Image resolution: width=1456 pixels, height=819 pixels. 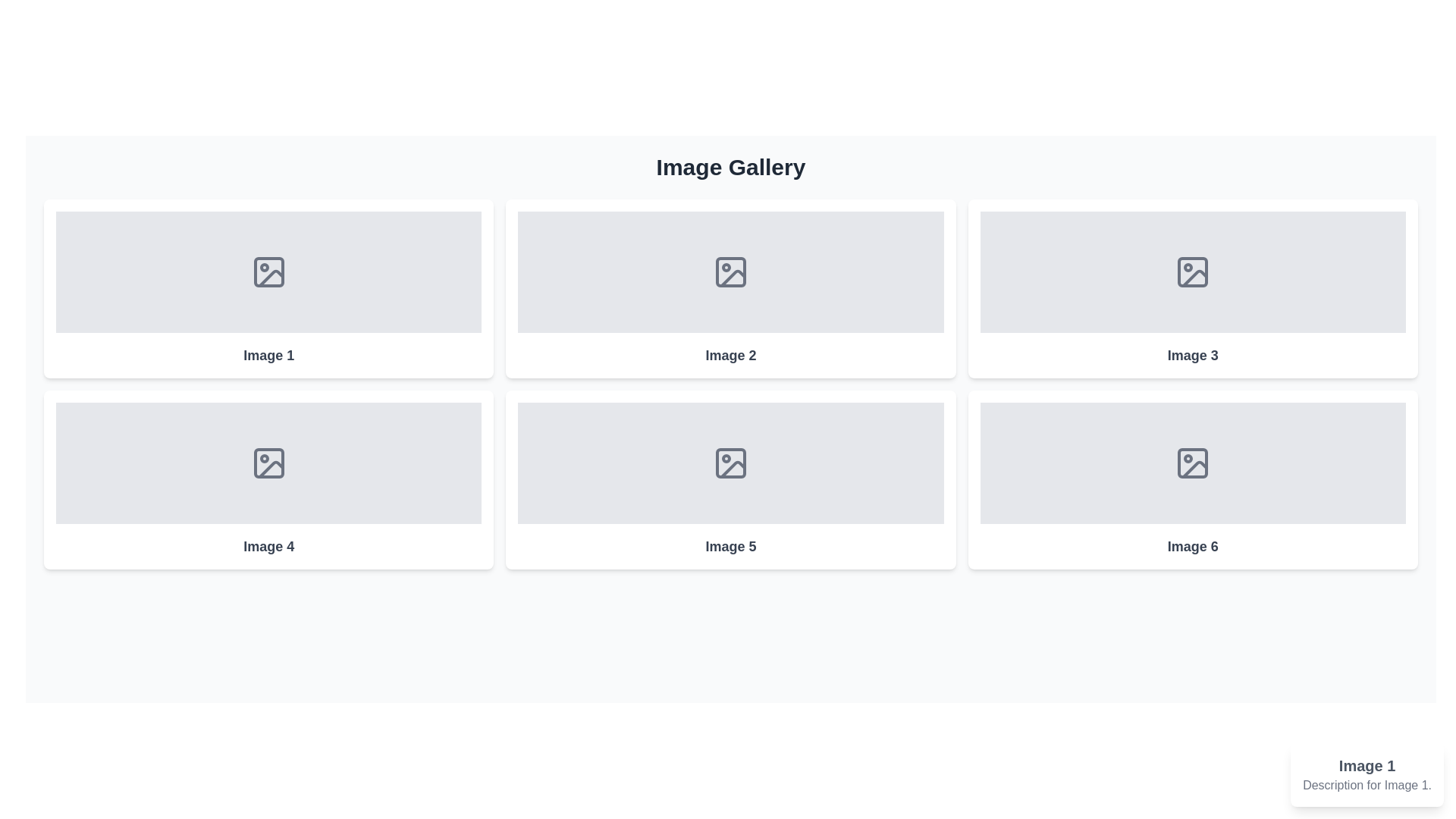 What do you see at coordinates (1367, 775) in the screenshot?
I see `the Informational Card located at the bottom-right corner of the interface, which serves as a detached informational panel for the displayed image` at bounding box center [1367, 775].